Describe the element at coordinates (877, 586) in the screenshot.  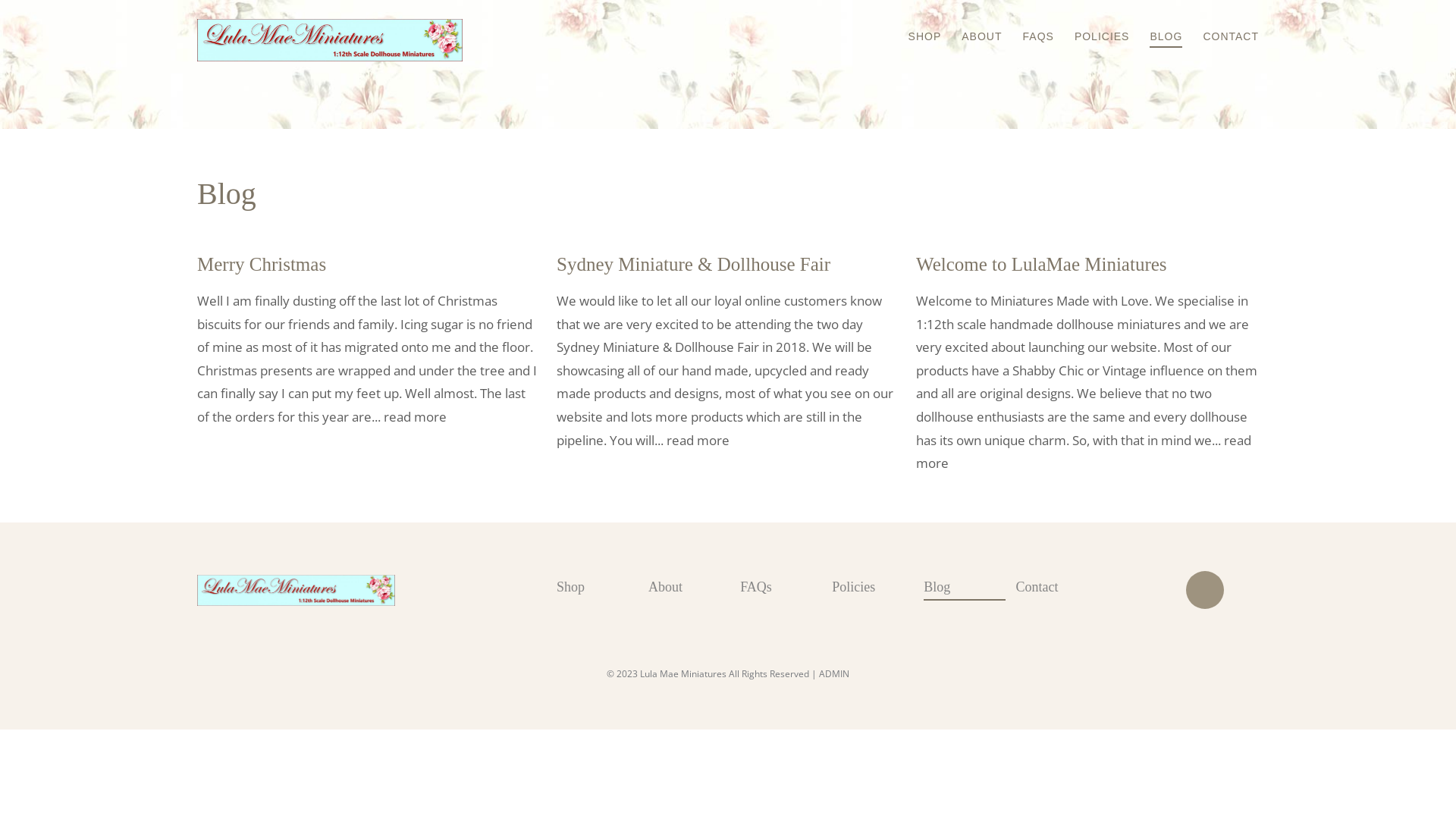
I see `'Policies'` at that location.